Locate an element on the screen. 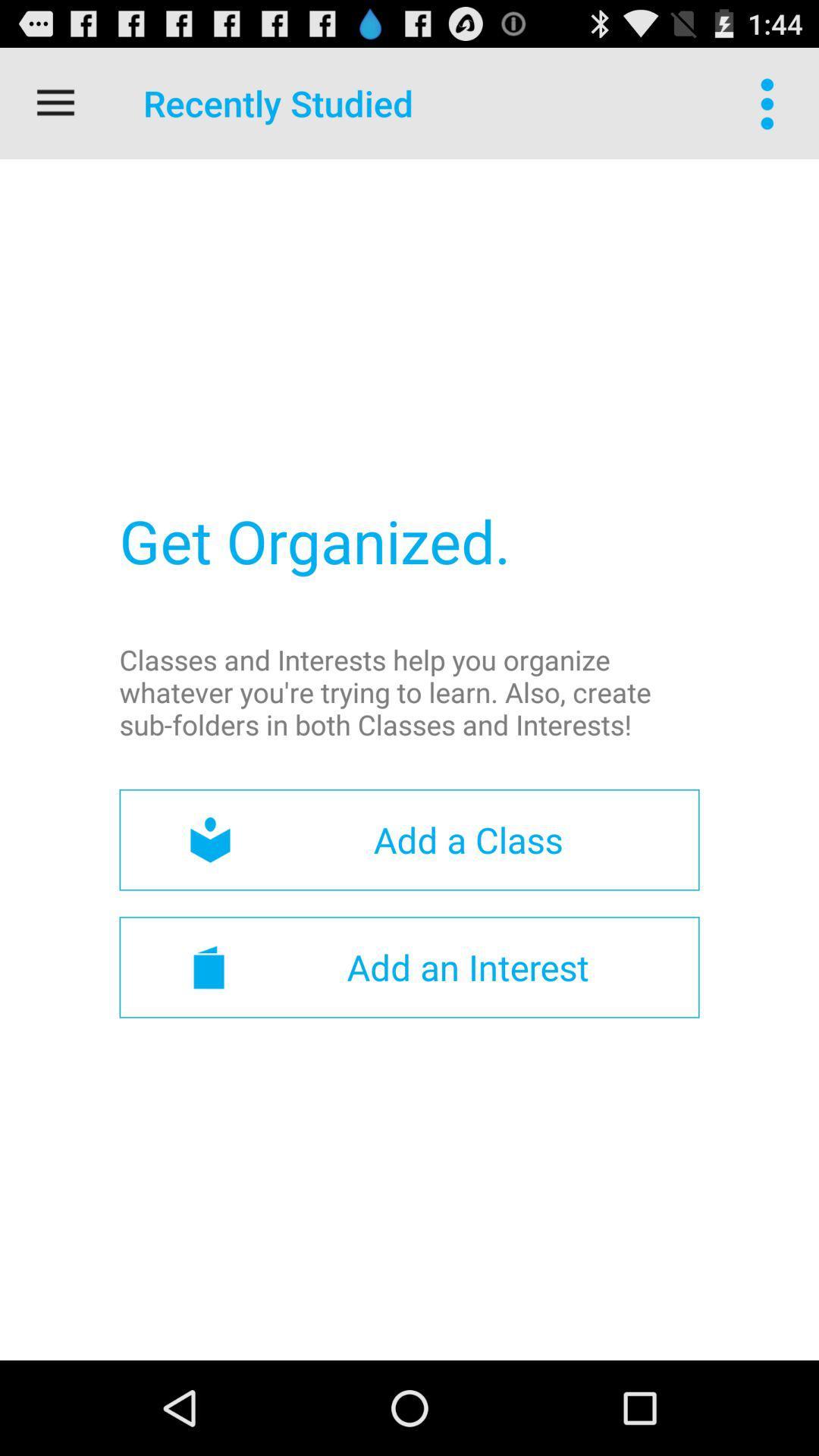 The image size is (819, 1456). the item above the add an interest item is located at coordinates (409, 839).